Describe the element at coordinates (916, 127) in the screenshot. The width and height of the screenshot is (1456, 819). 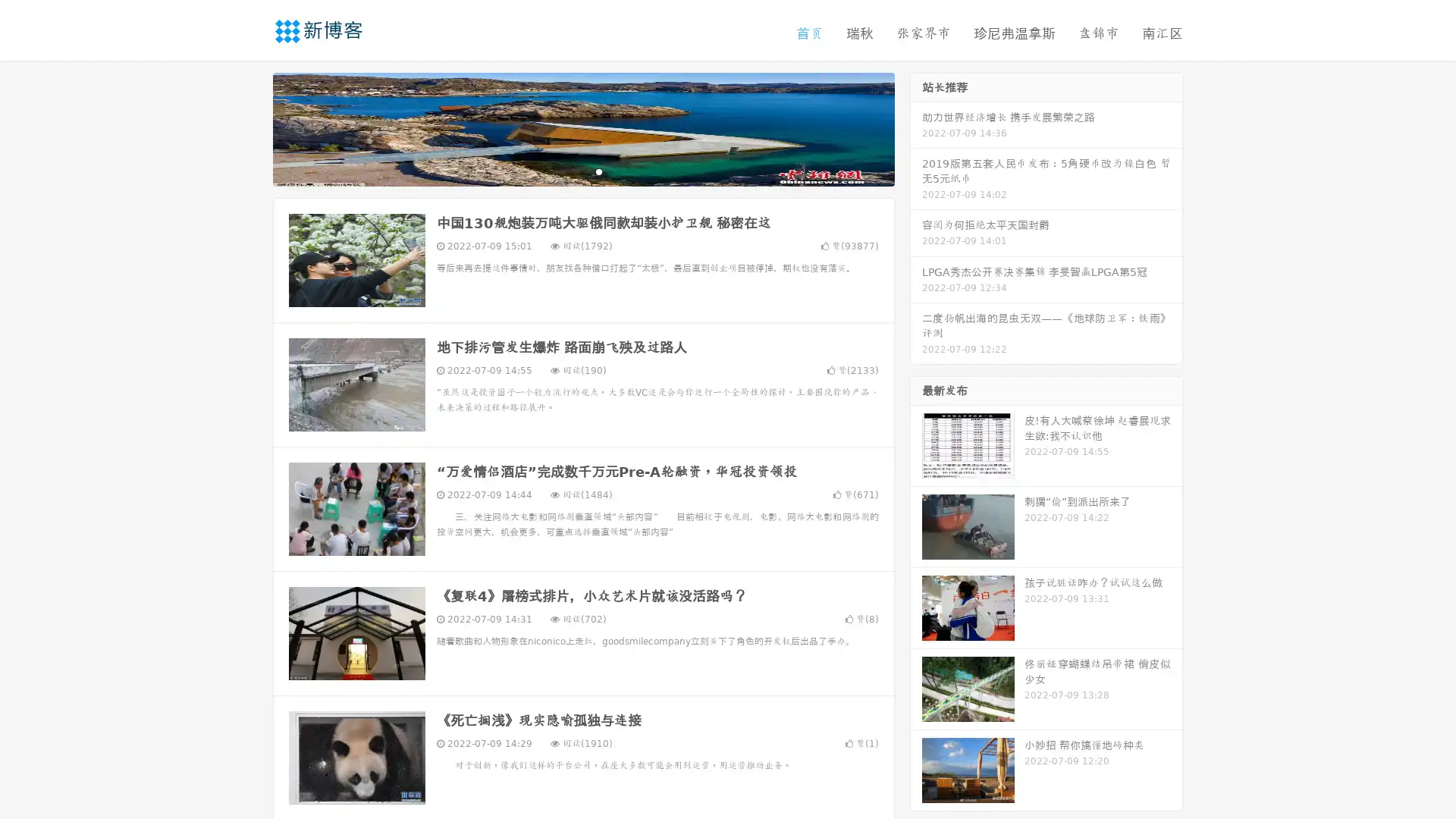
I see `Next slide` at that location.